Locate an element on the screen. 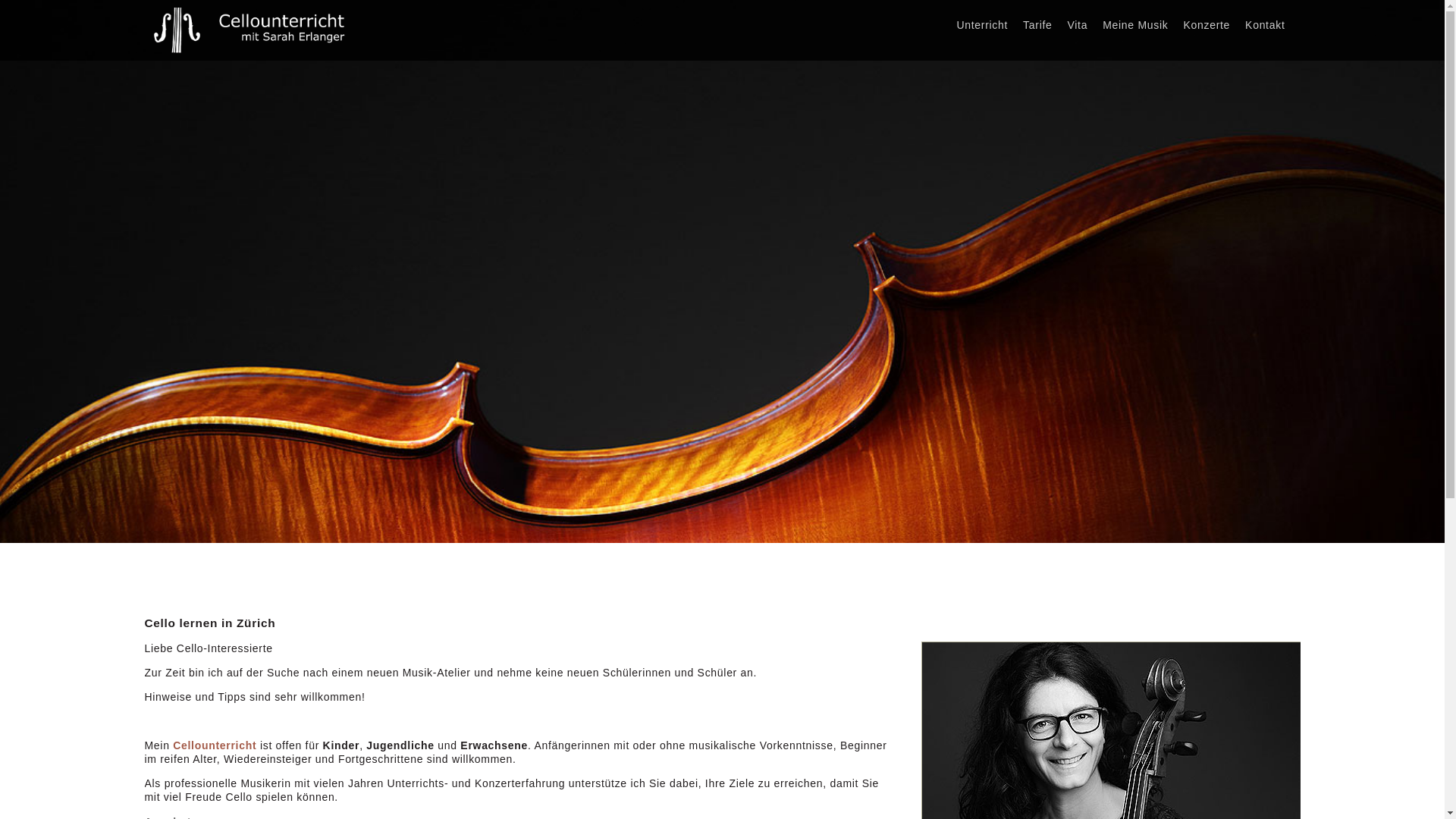 The height and width of the screenshot is (819, 1456). ' ' is located at coordinates (1299, 18).